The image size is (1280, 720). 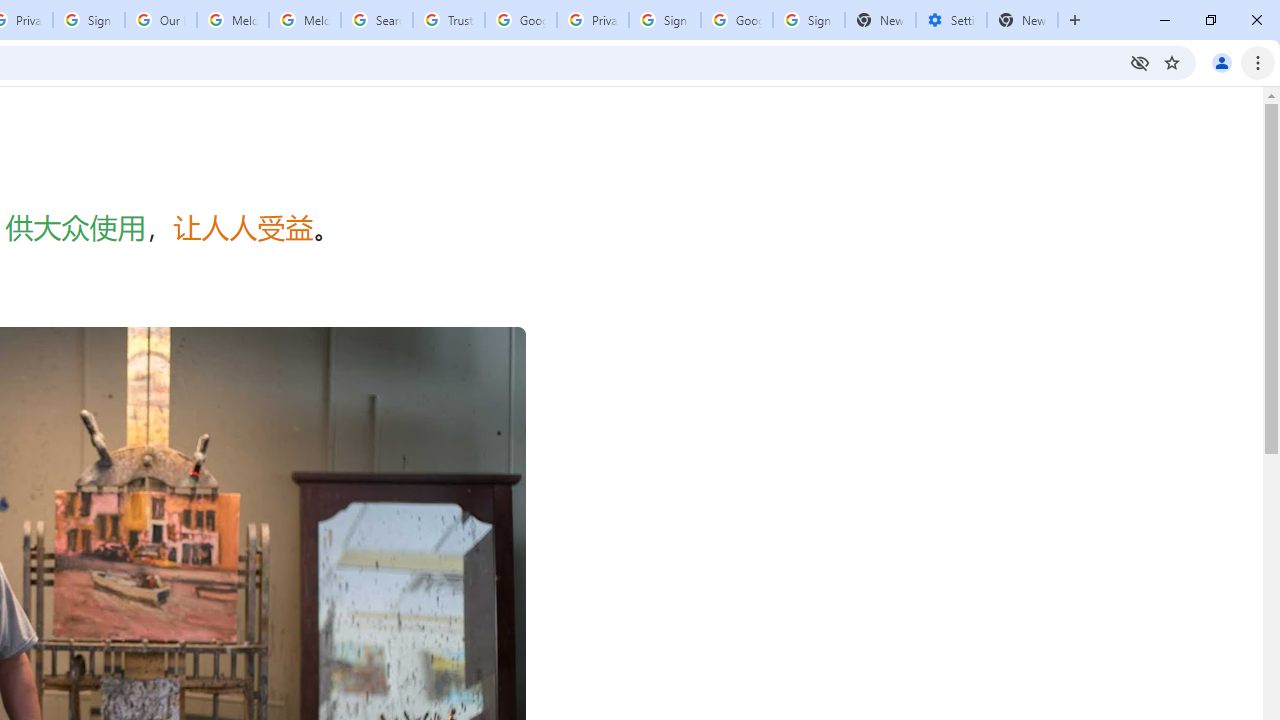 I want to click on 'Sign in - Google Accounts', so click(x=664, y=20).